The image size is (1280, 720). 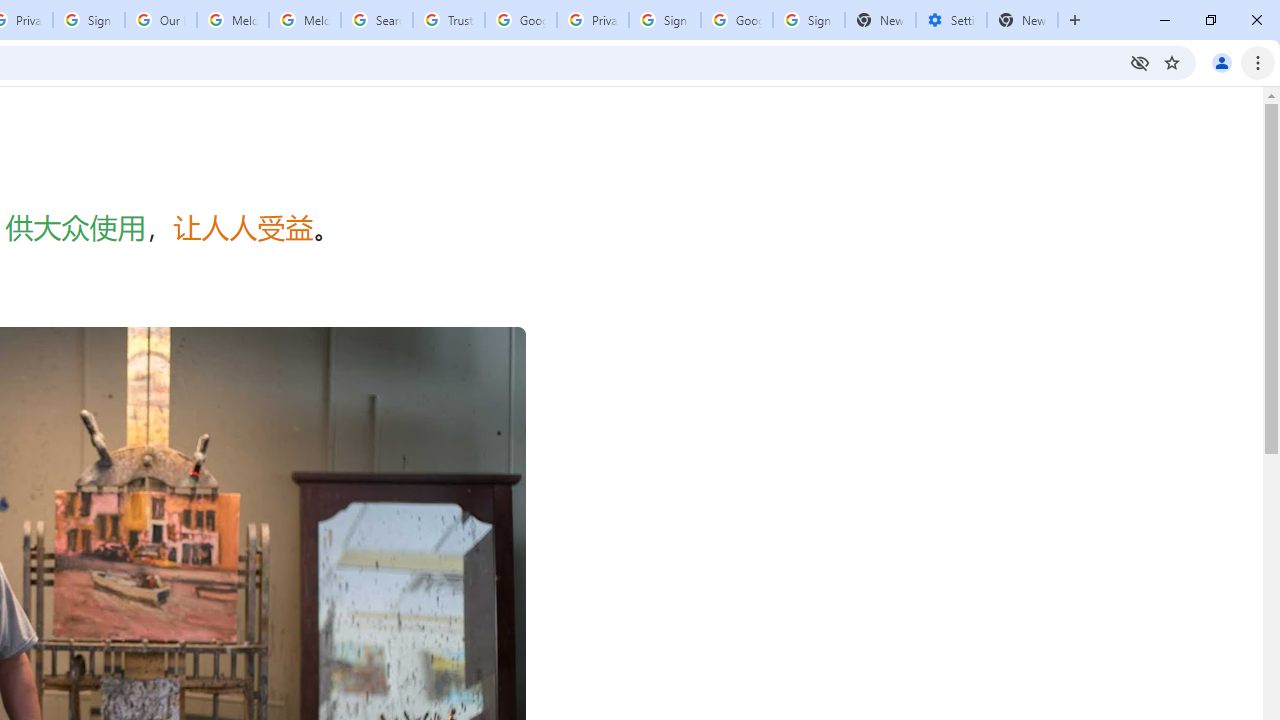 I want to click on 'Sign in - Google Accounts', so click(x=664, y=20).